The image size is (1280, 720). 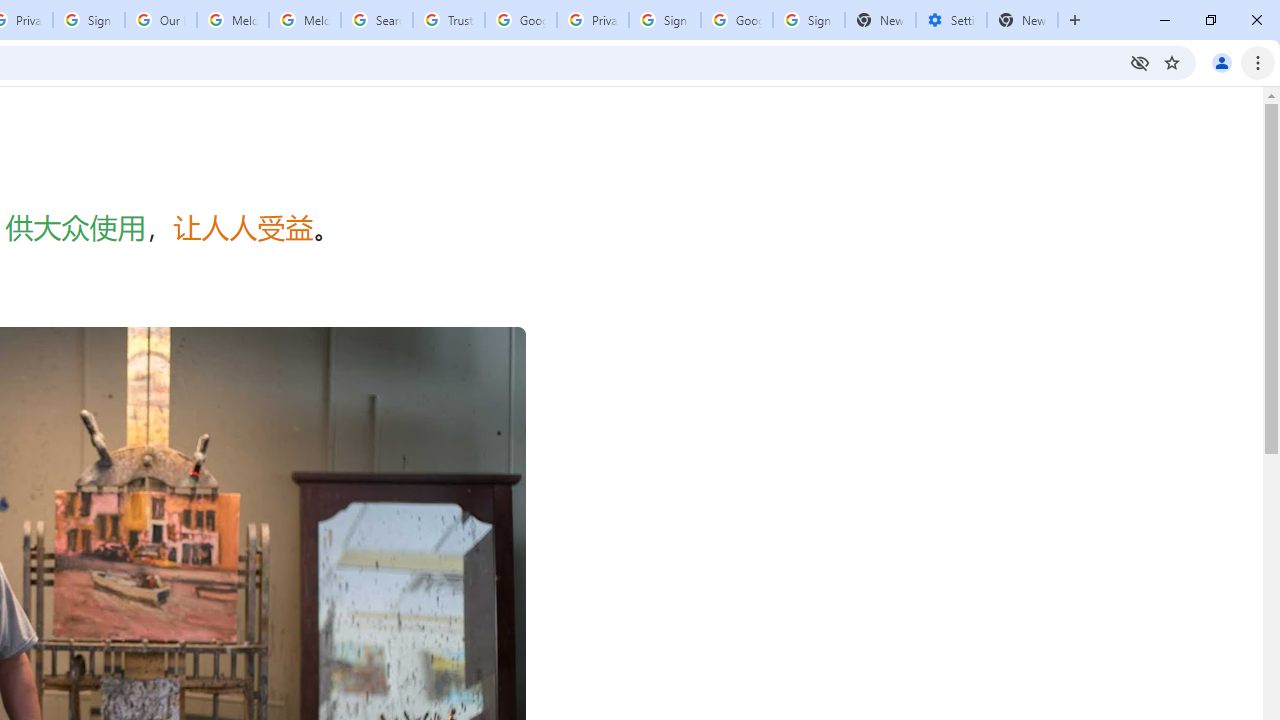 I want to click on 'Sign in - Google Accounts', so click(x=664, y=20).